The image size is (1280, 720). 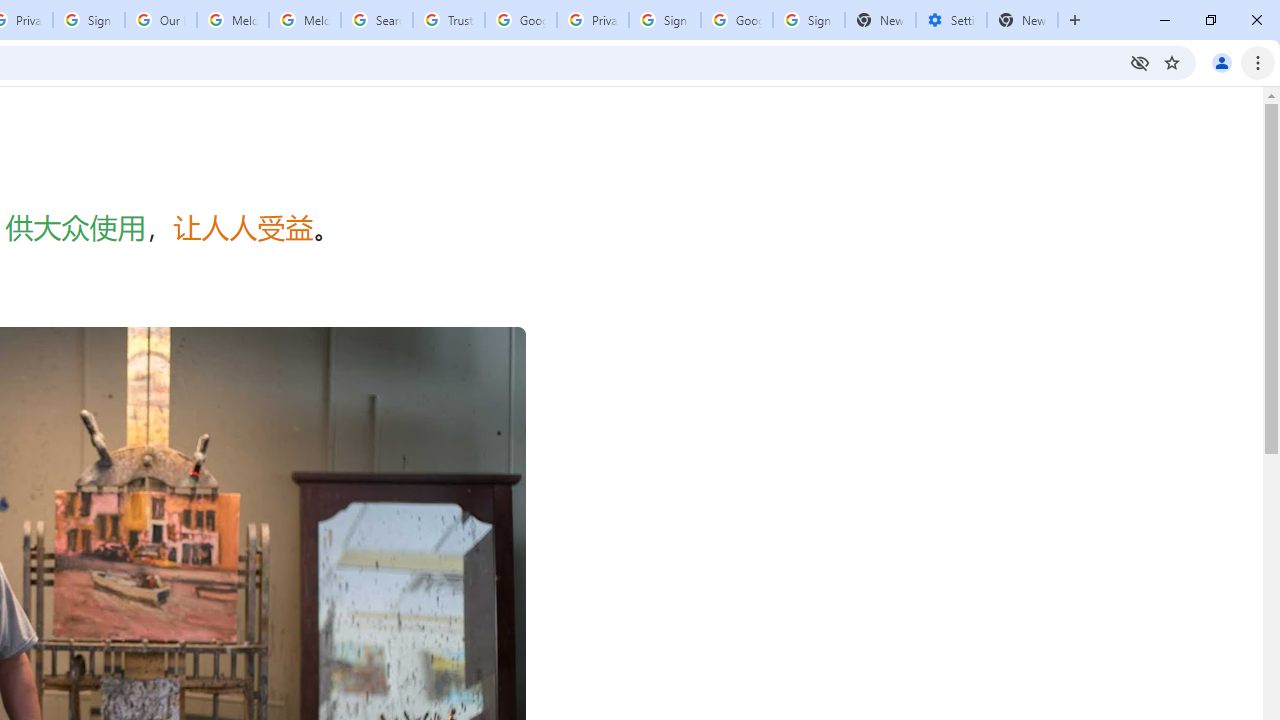 I want to click on 'Sign in - Google Accounts', so click(x=664, y=20).